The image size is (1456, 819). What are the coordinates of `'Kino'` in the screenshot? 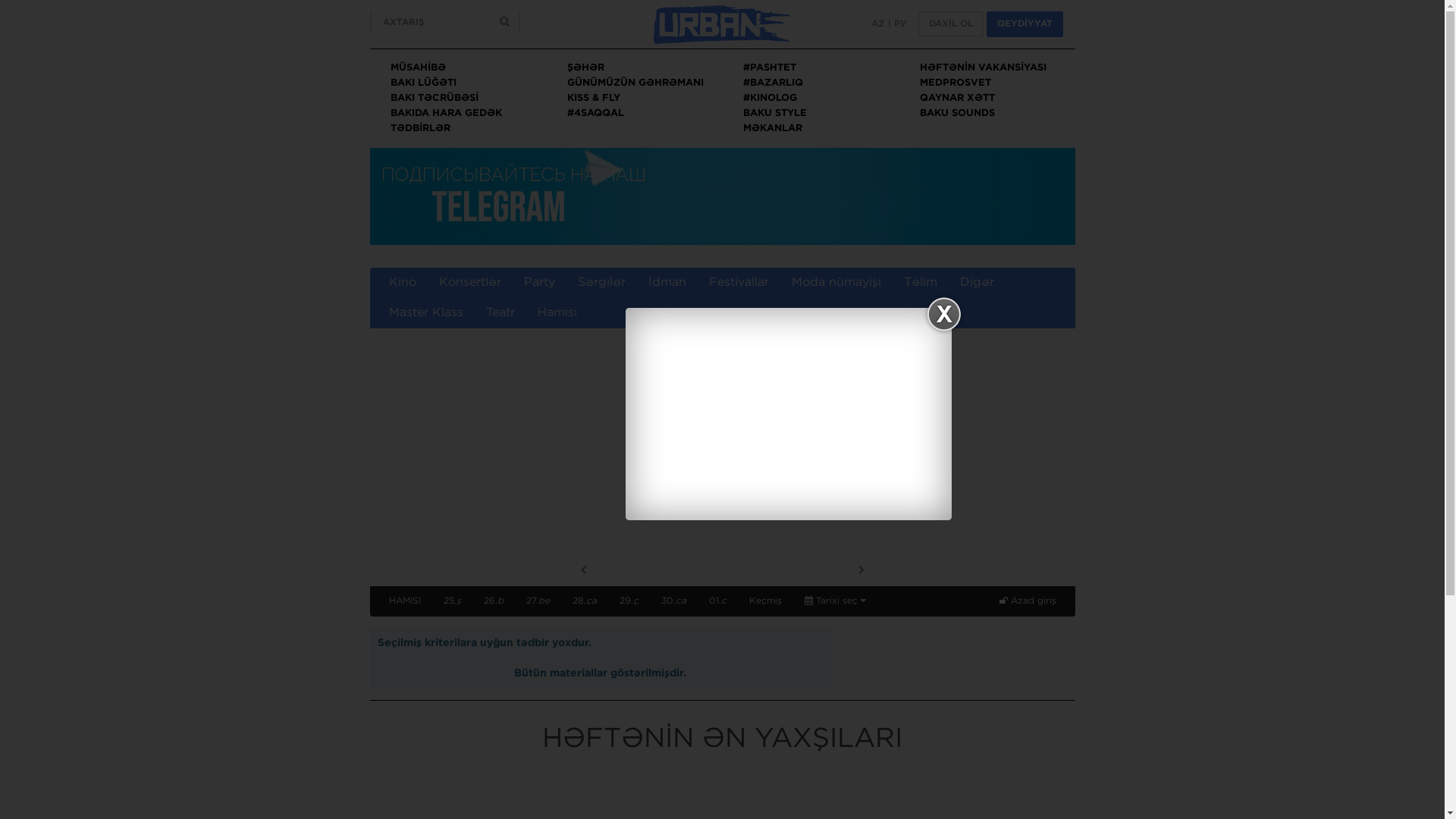 It's located at (403, 283).